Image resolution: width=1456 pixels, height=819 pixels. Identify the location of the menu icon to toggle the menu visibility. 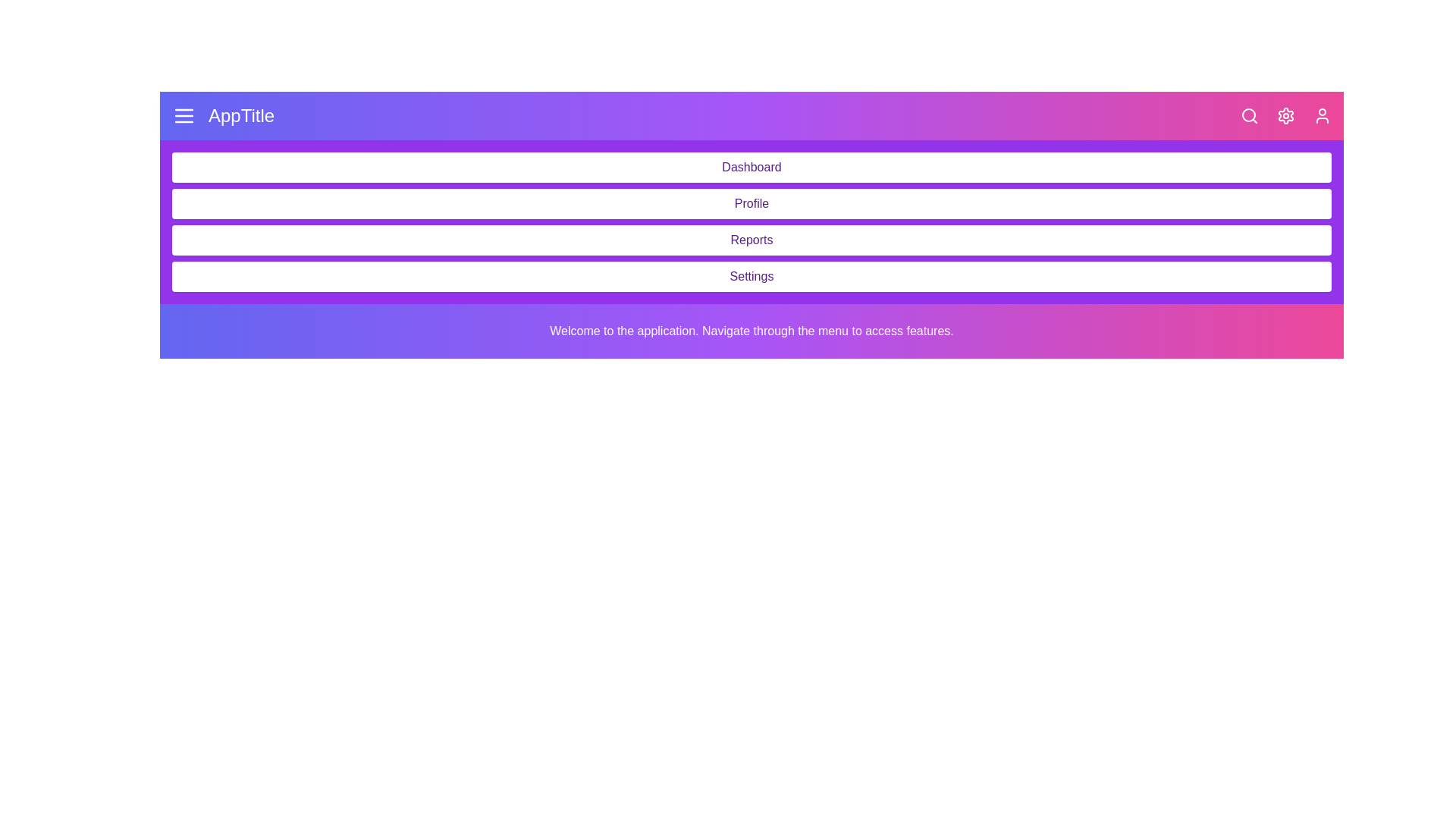
(184, 115).